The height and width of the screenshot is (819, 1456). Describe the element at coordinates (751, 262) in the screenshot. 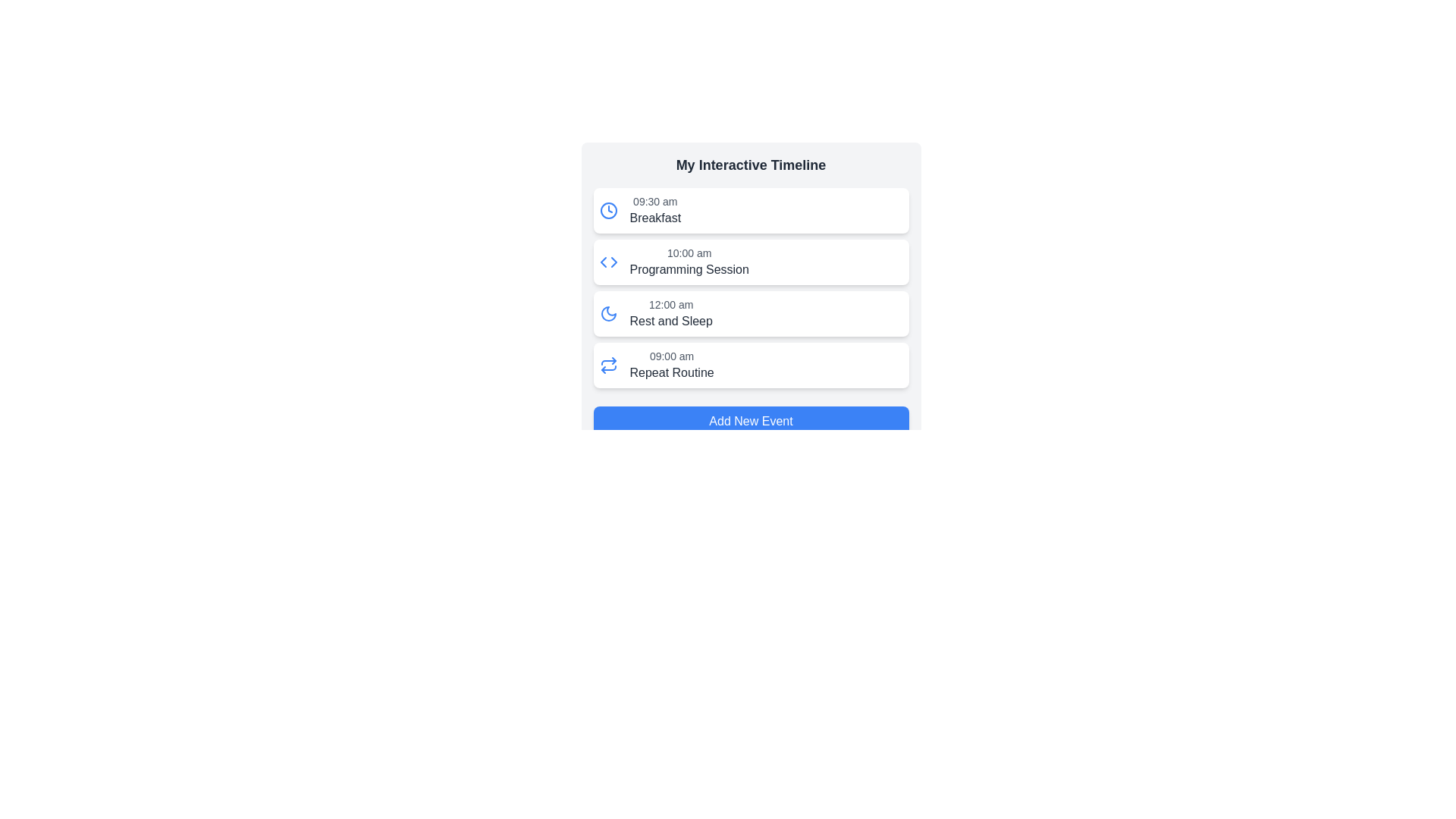

I see `the second list item entry displaying the scheduled event titled 'Programming Session' at '10:00 am' to interact with its linked functionality` at that location.